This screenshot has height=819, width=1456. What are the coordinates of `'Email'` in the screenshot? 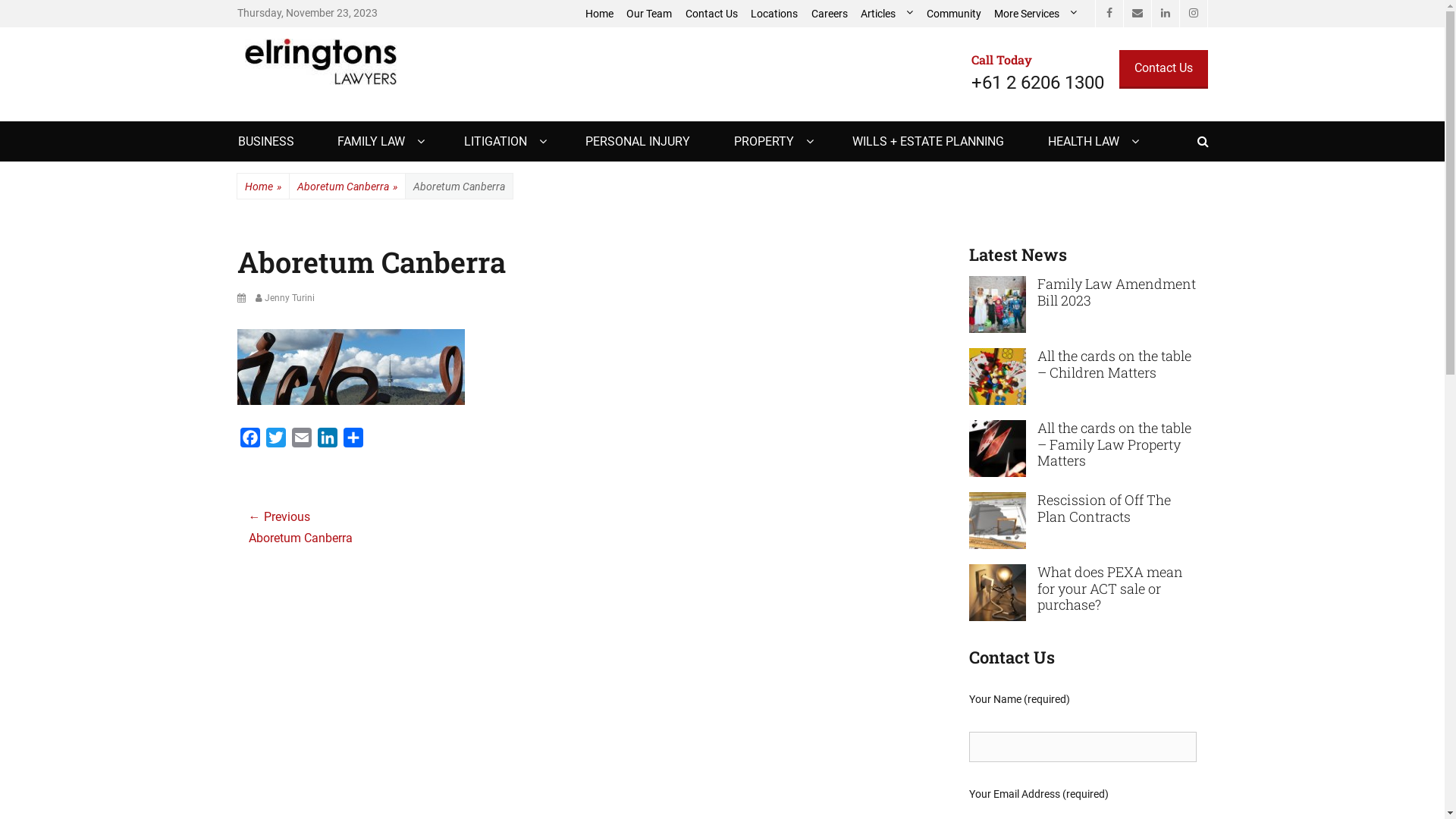 It's located at (301, 441).